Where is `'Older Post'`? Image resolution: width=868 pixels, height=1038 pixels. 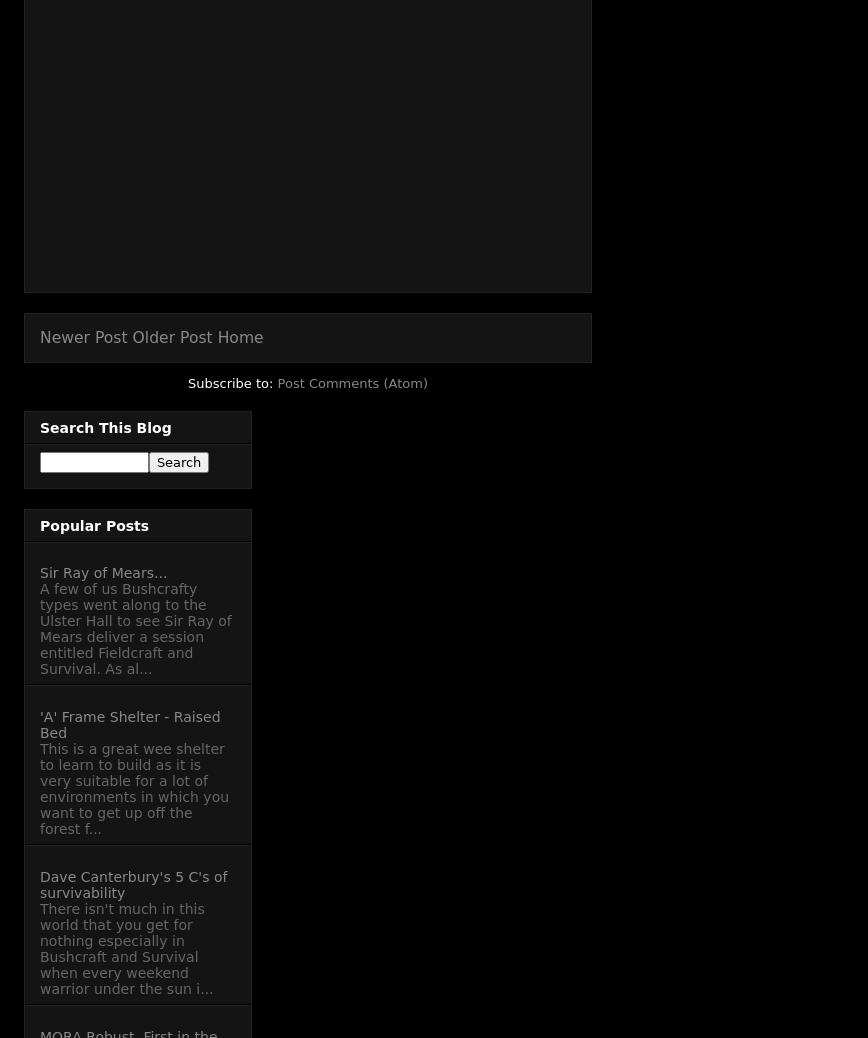 'Older Post' is located at coordinates (172, 337).